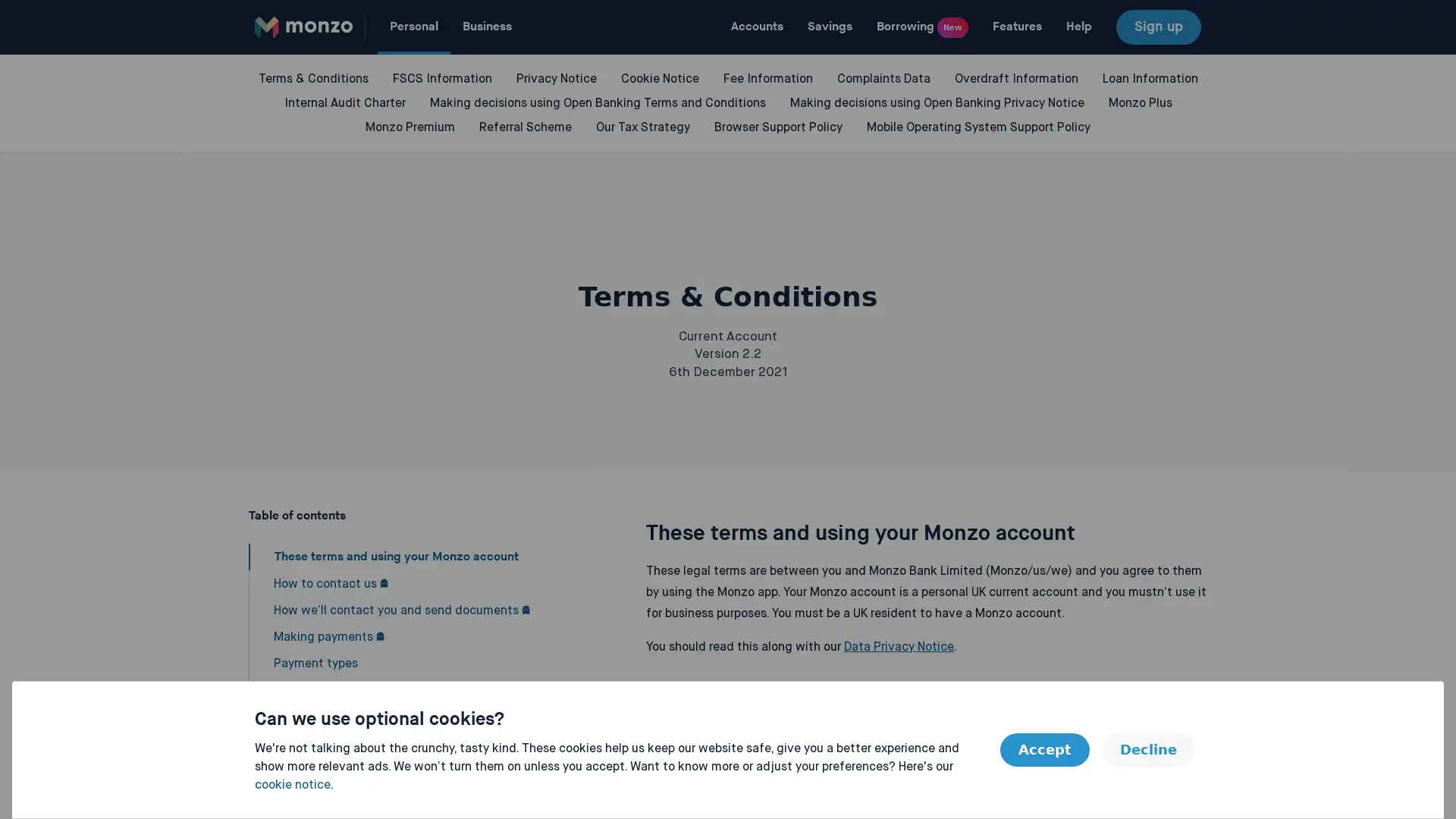  I want to click on Borrowing New, so click(921, 27).